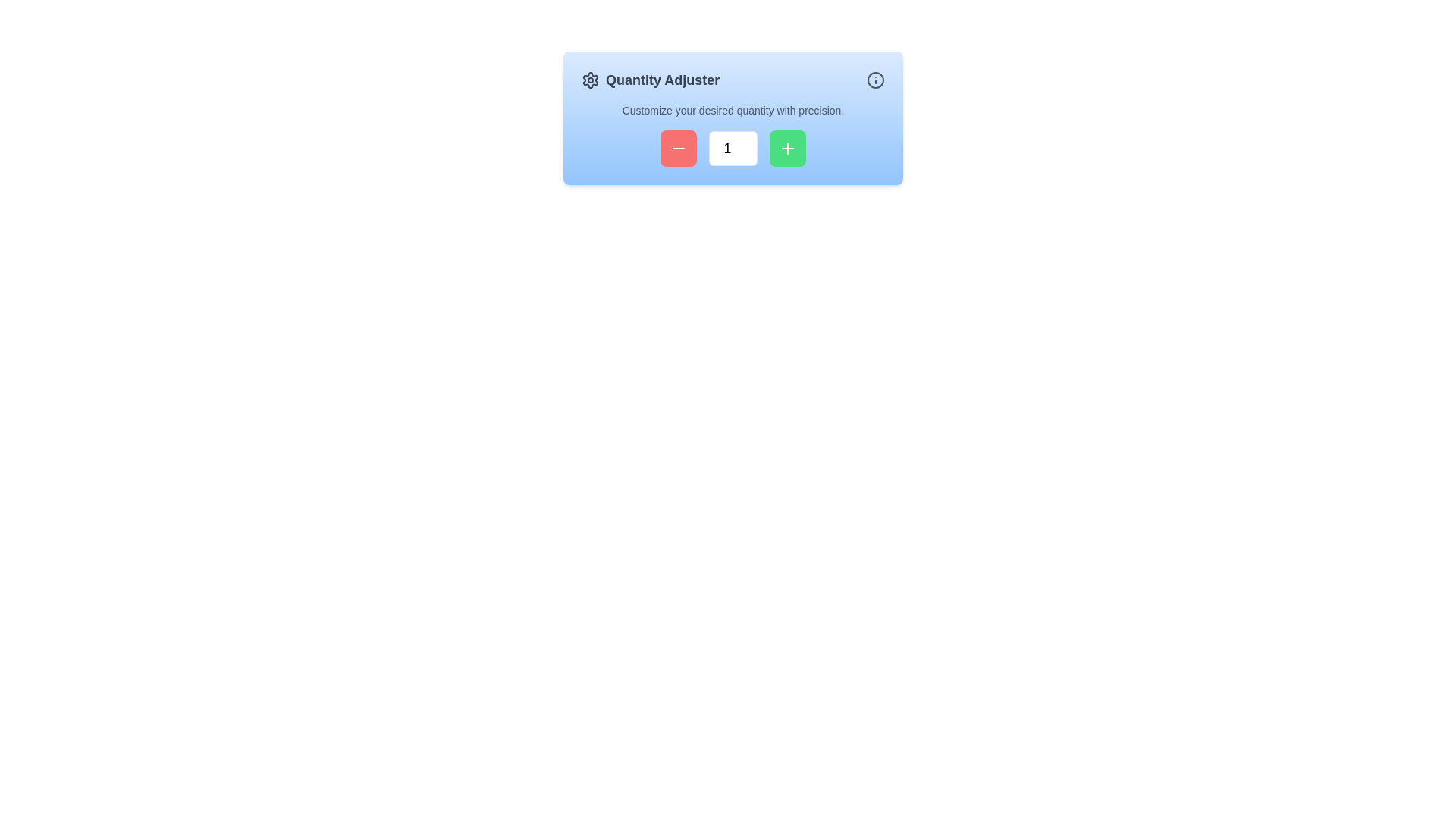  What do you see at coordinates (677, 149) in the screenshot?
I see `the decrement button located to the left of the numeric input field to decrease the quantity` at bounding box center [677, 149].